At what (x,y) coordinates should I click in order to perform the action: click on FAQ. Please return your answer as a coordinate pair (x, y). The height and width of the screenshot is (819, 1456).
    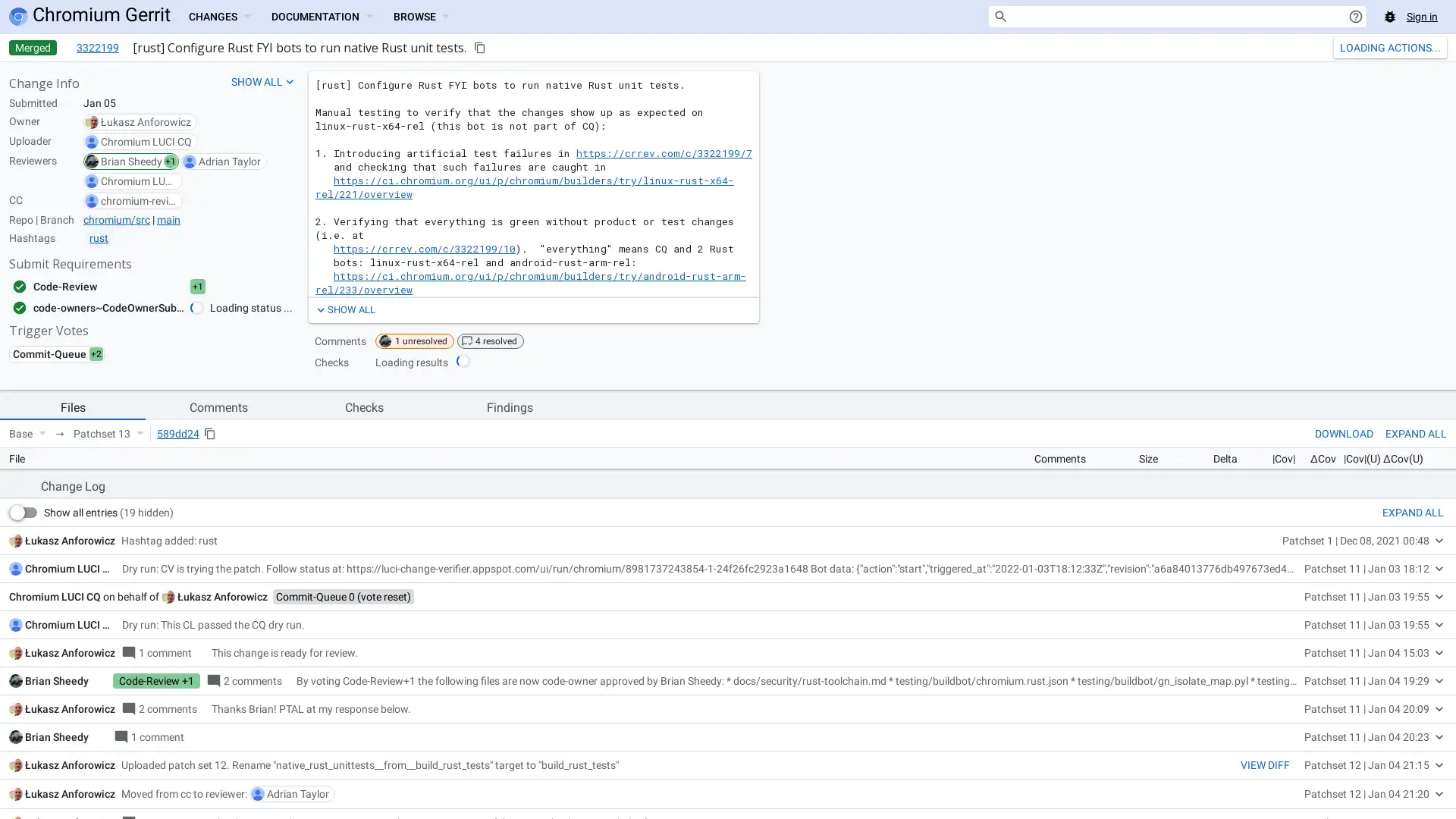
    Looking at the image, I should click on (1370, 660).